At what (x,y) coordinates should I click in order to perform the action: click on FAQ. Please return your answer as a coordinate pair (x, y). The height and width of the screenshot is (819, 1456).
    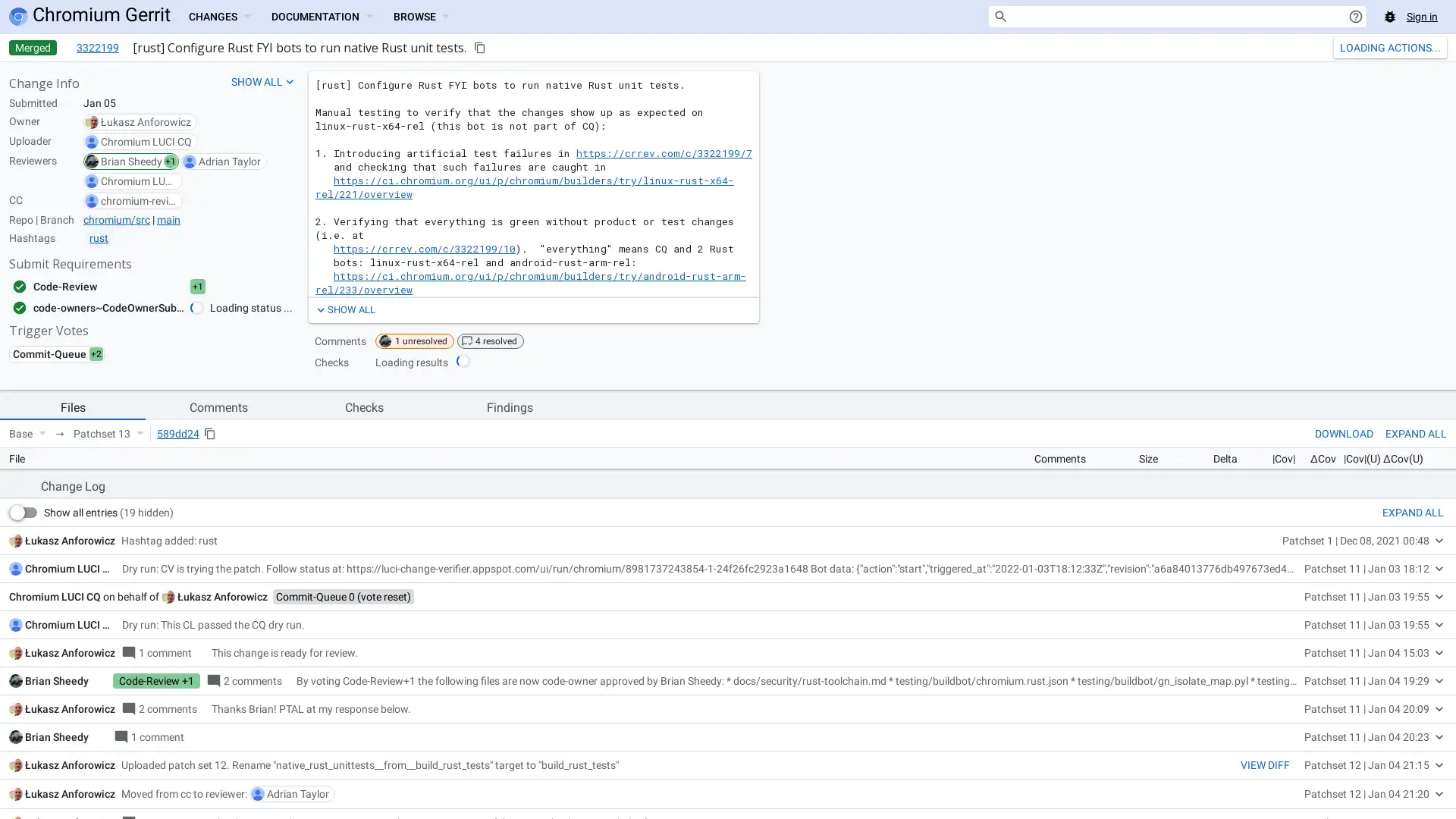
    Looking at the image, I should click on (1370, 660).